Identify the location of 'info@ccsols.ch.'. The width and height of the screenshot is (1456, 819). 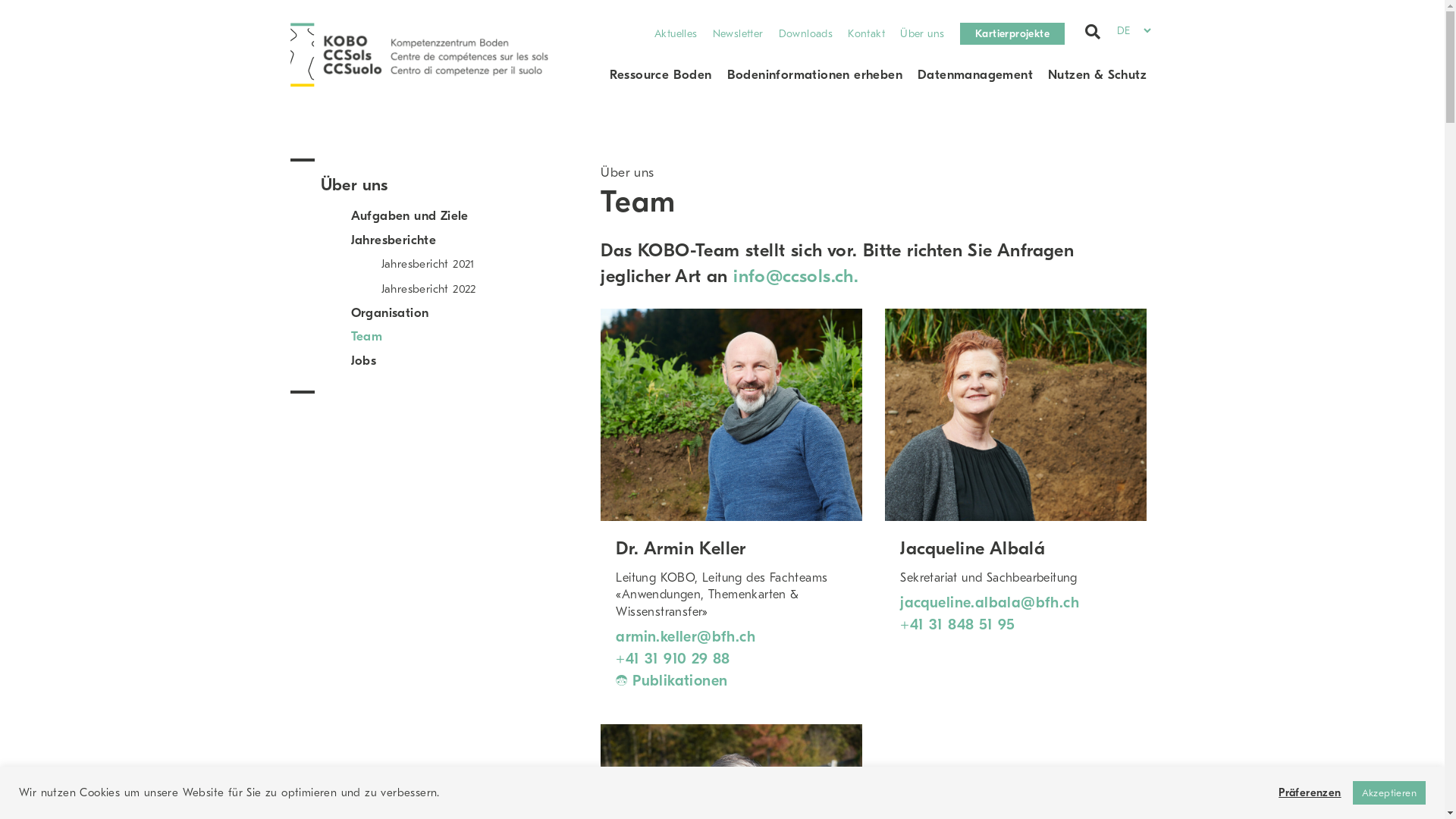
(733, 275).